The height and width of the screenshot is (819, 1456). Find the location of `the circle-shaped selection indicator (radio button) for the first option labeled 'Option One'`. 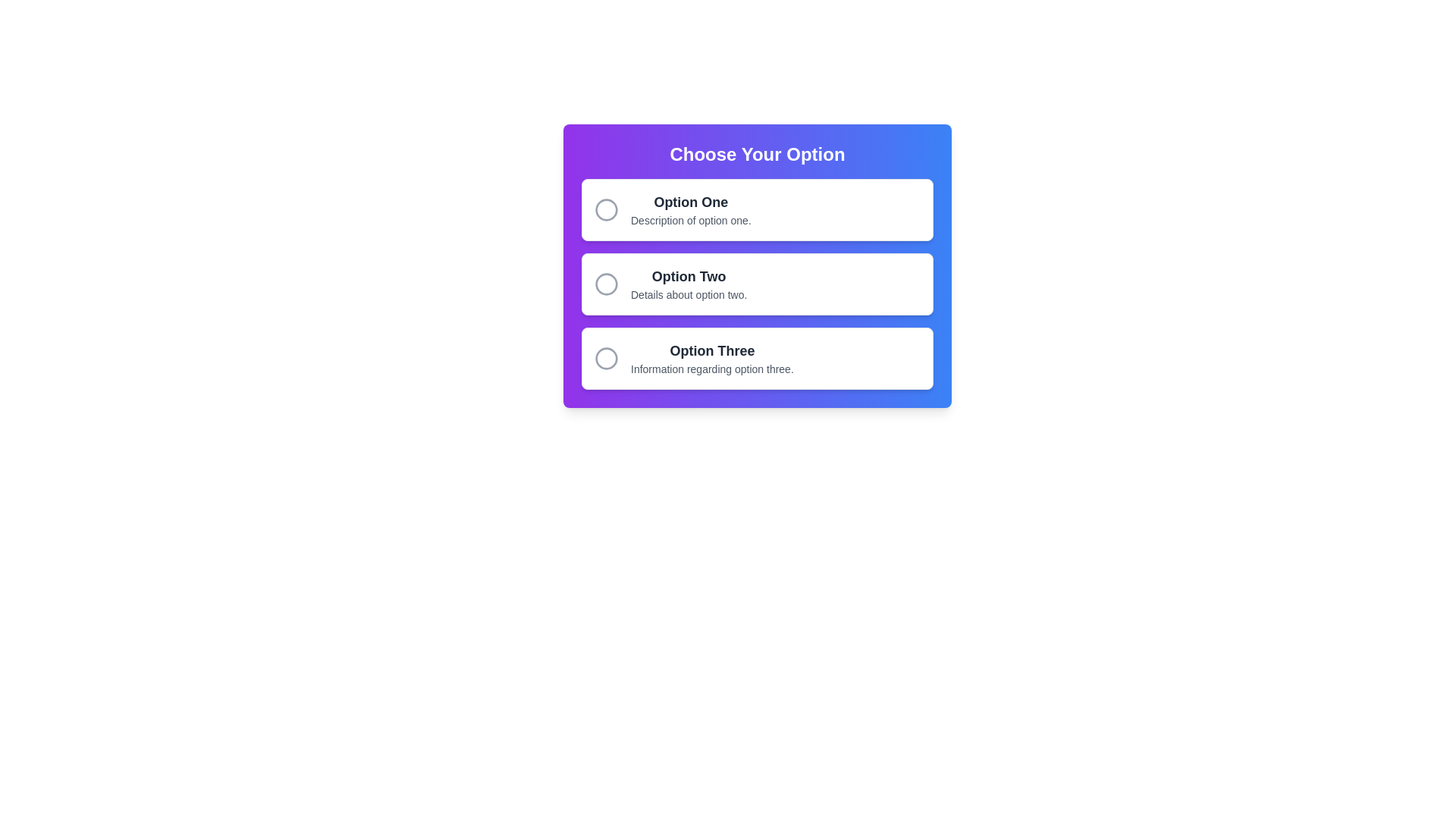

the circle-shaped selection indicator (radio button) for the first option labeled 'Option One' is located at coordinates (607, 210).